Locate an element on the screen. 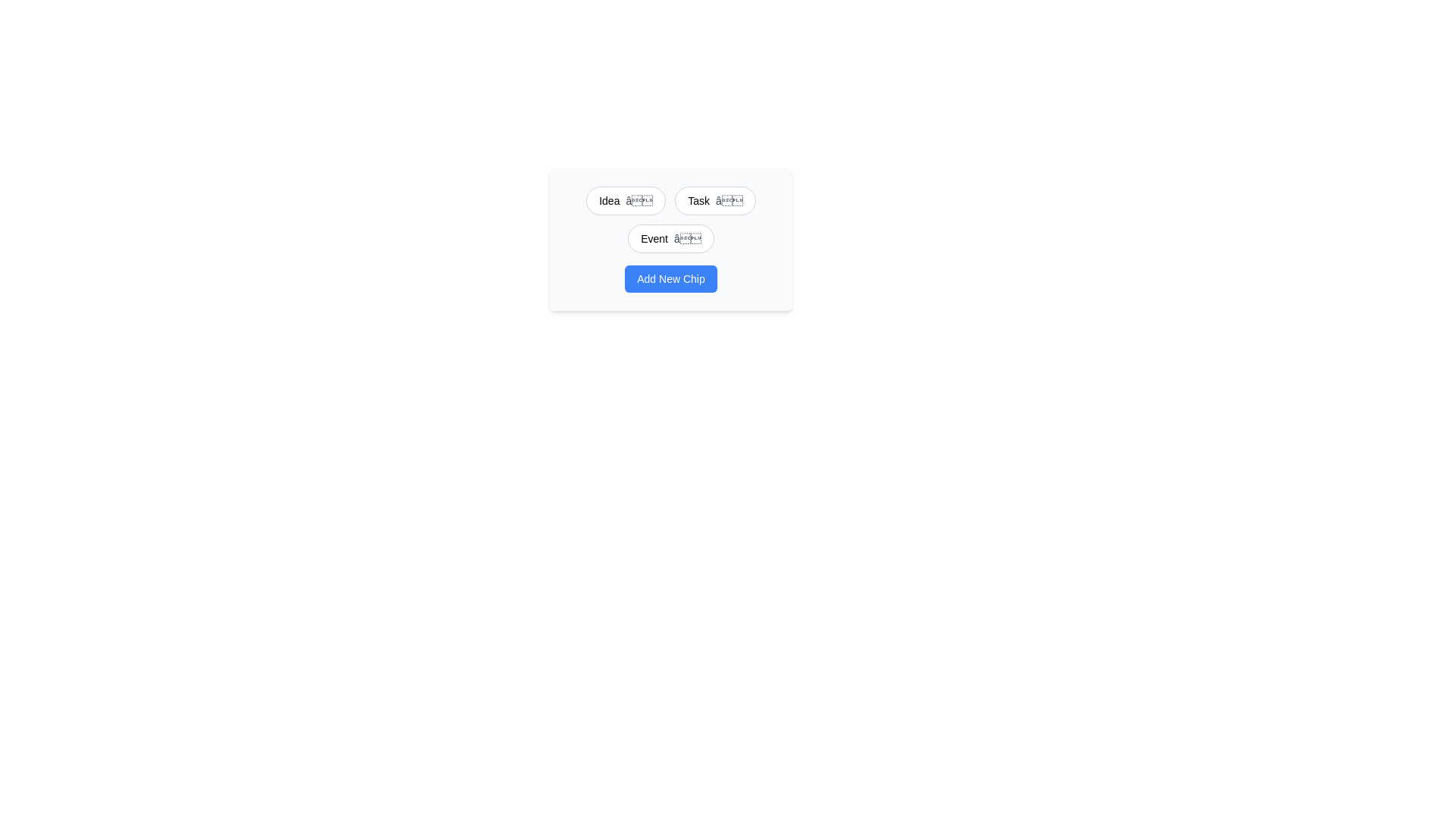 The image size is (1456, 819). close button of the chip labeled 'Idea' to remove it is located at coordinates (639, 200).